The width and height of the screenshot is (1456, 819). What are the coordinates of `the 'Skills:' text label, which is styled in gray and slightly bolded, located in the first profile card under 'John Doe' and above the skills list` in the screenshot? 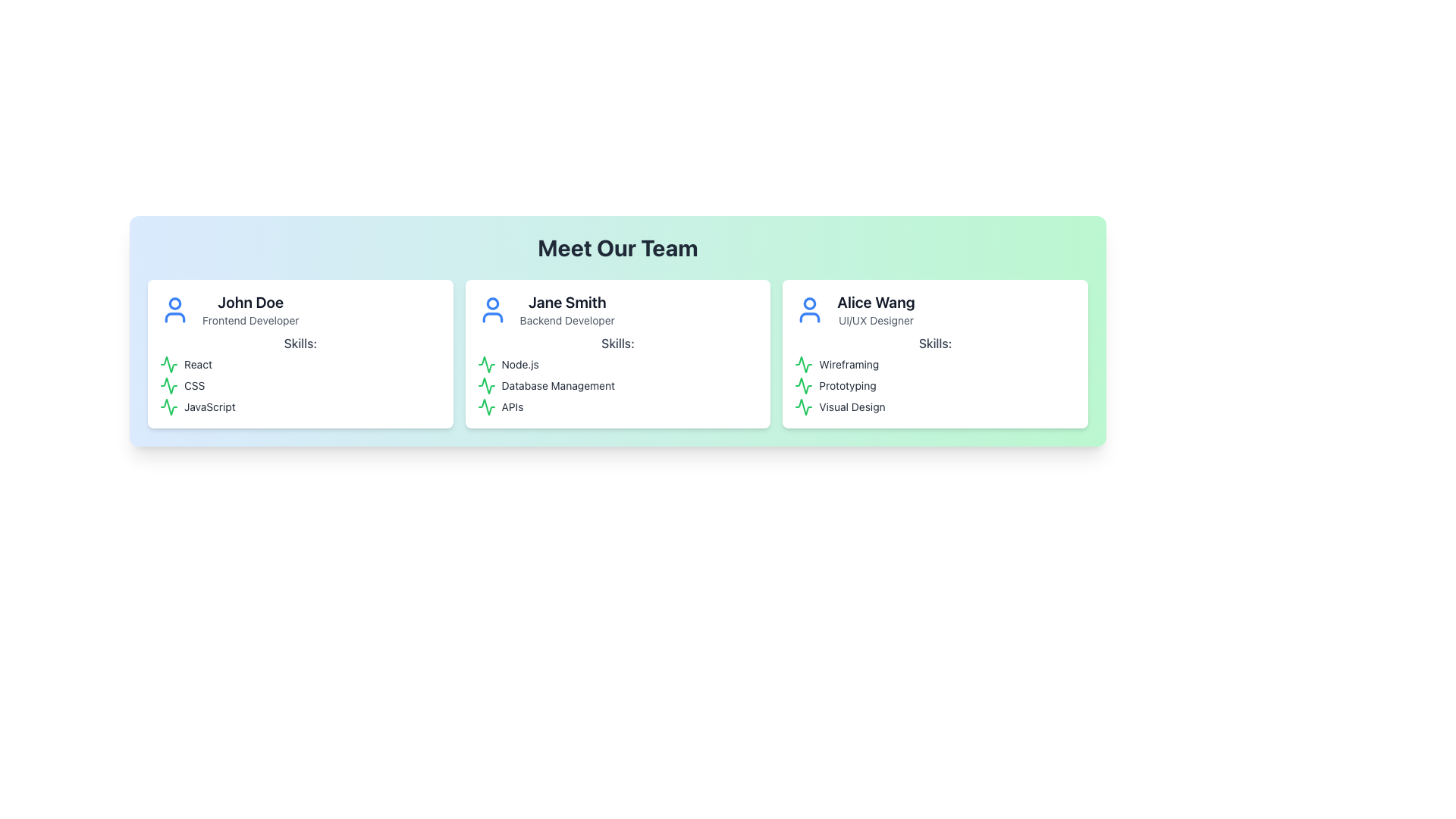 It's located at (300, 343).